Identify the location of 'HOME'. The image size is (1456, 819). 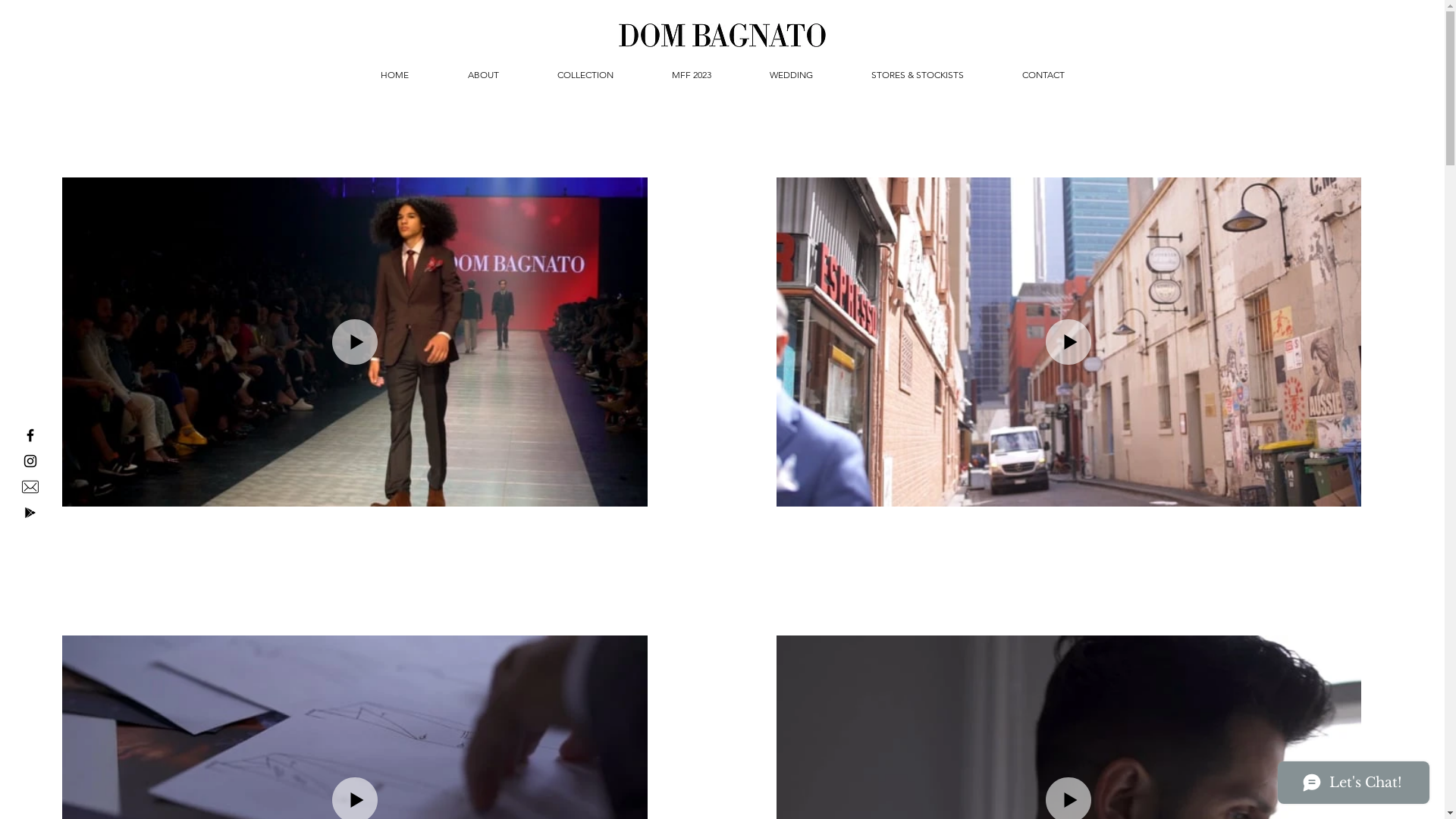
(394, 75).